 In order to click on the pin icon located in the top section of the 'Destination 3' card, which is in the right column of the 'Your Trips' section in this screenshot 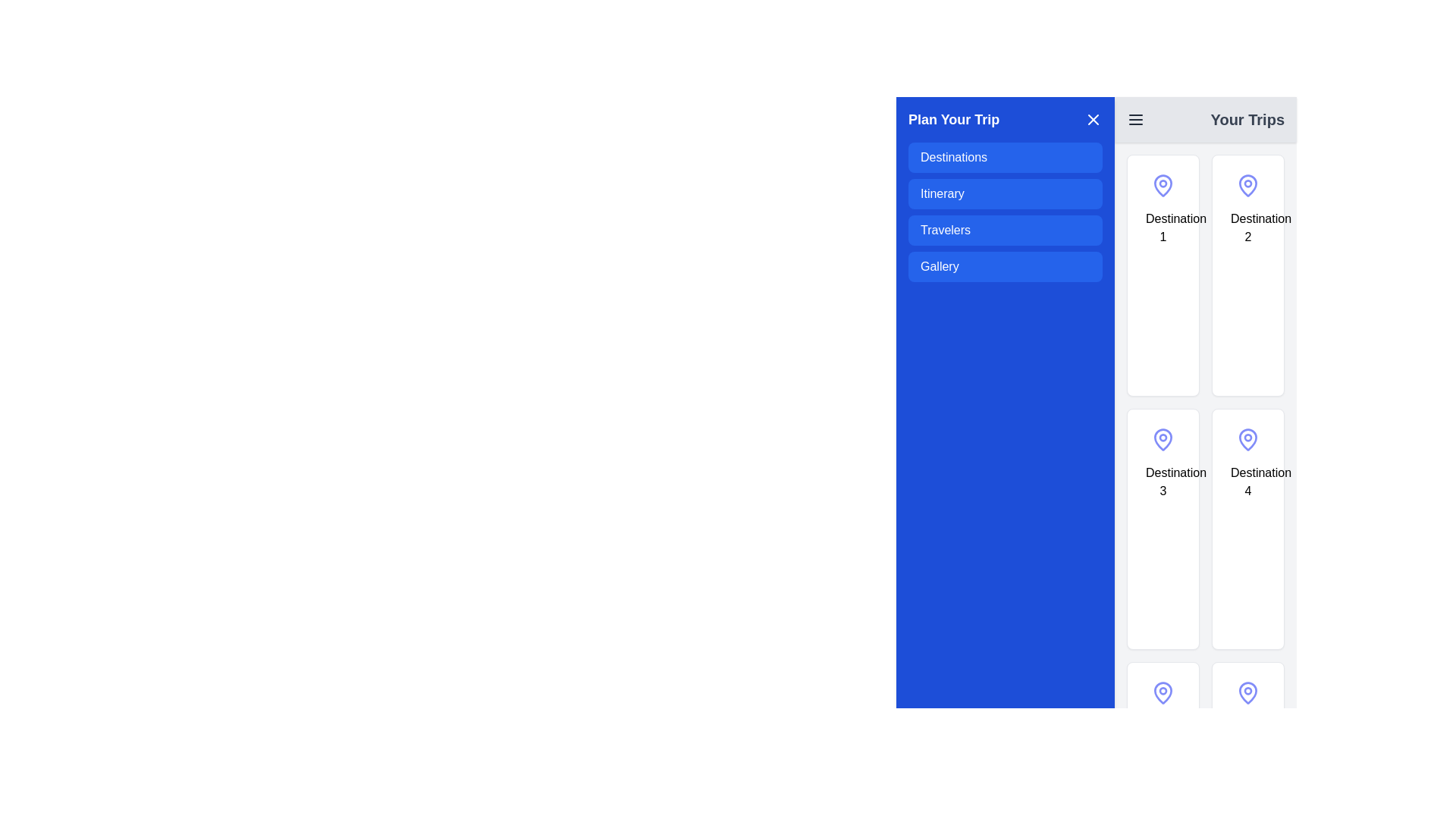, I will do `click(1163, 438)`.